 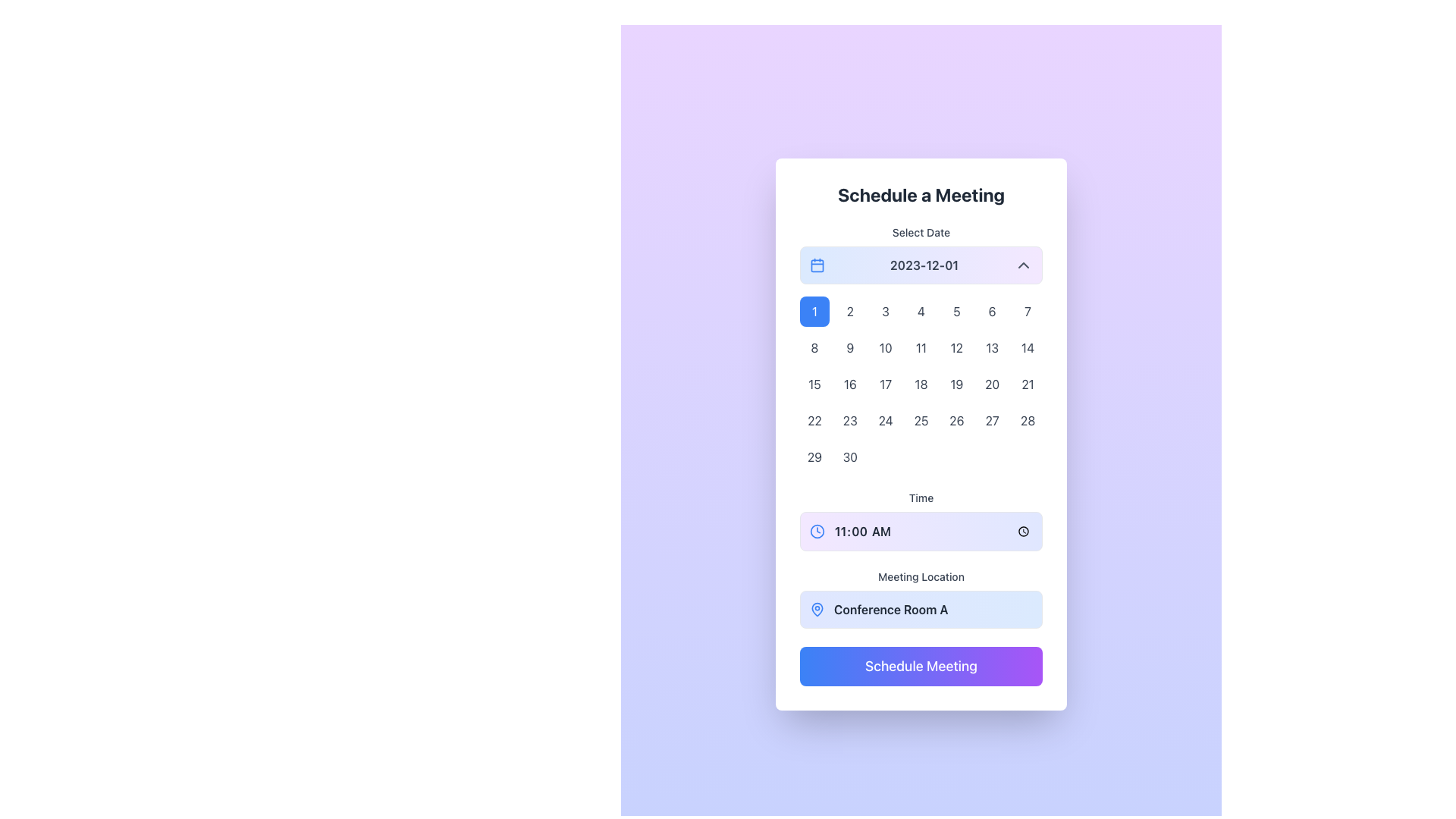 I want to click on the rounded square button displaying the number '21' located in the last column of the third row of the calendar grid, so click(x=1028, y=383).